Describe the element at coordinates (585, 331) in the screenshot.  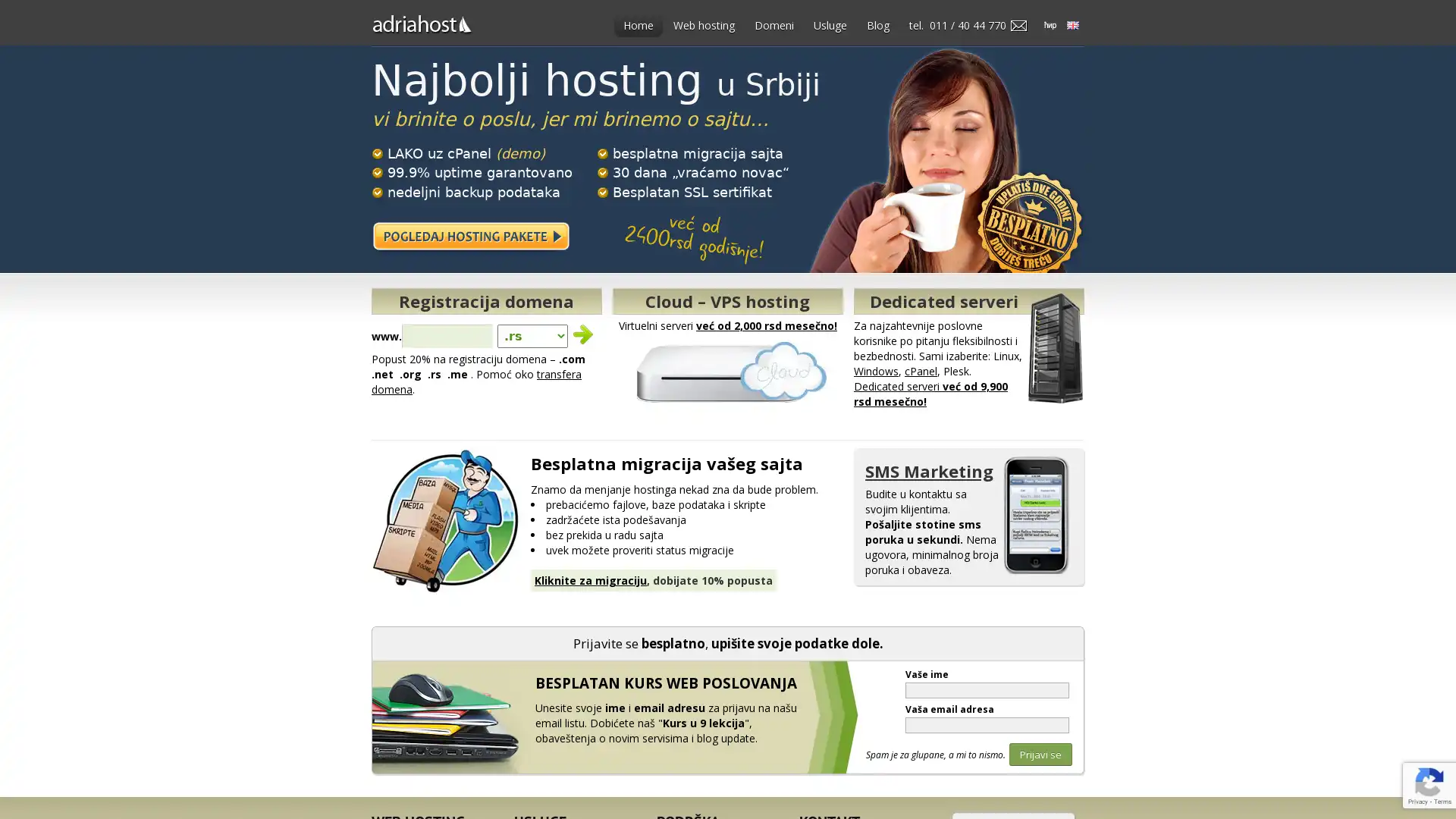
I see `Submit` at that location.